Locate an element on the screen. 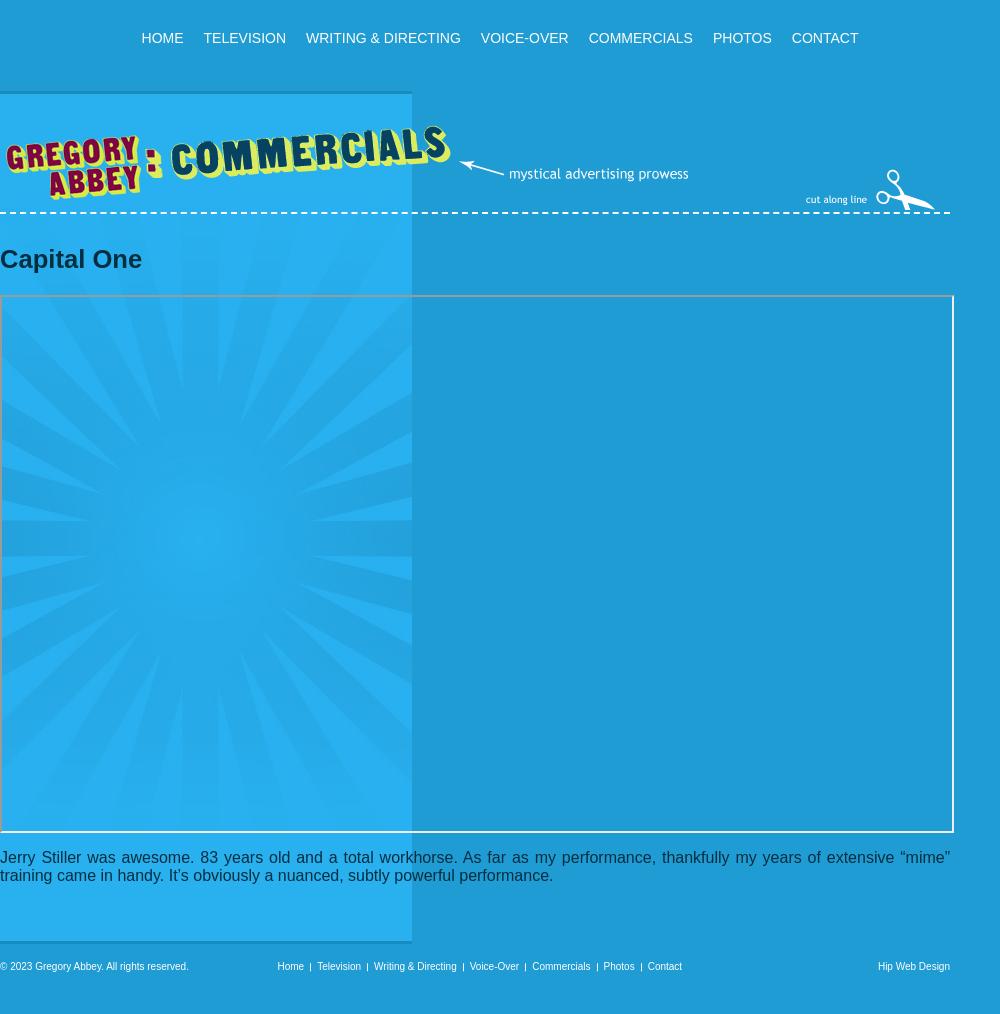 The image size is (1000, 1014). 'Contact' is located at coordinates (823, 37).